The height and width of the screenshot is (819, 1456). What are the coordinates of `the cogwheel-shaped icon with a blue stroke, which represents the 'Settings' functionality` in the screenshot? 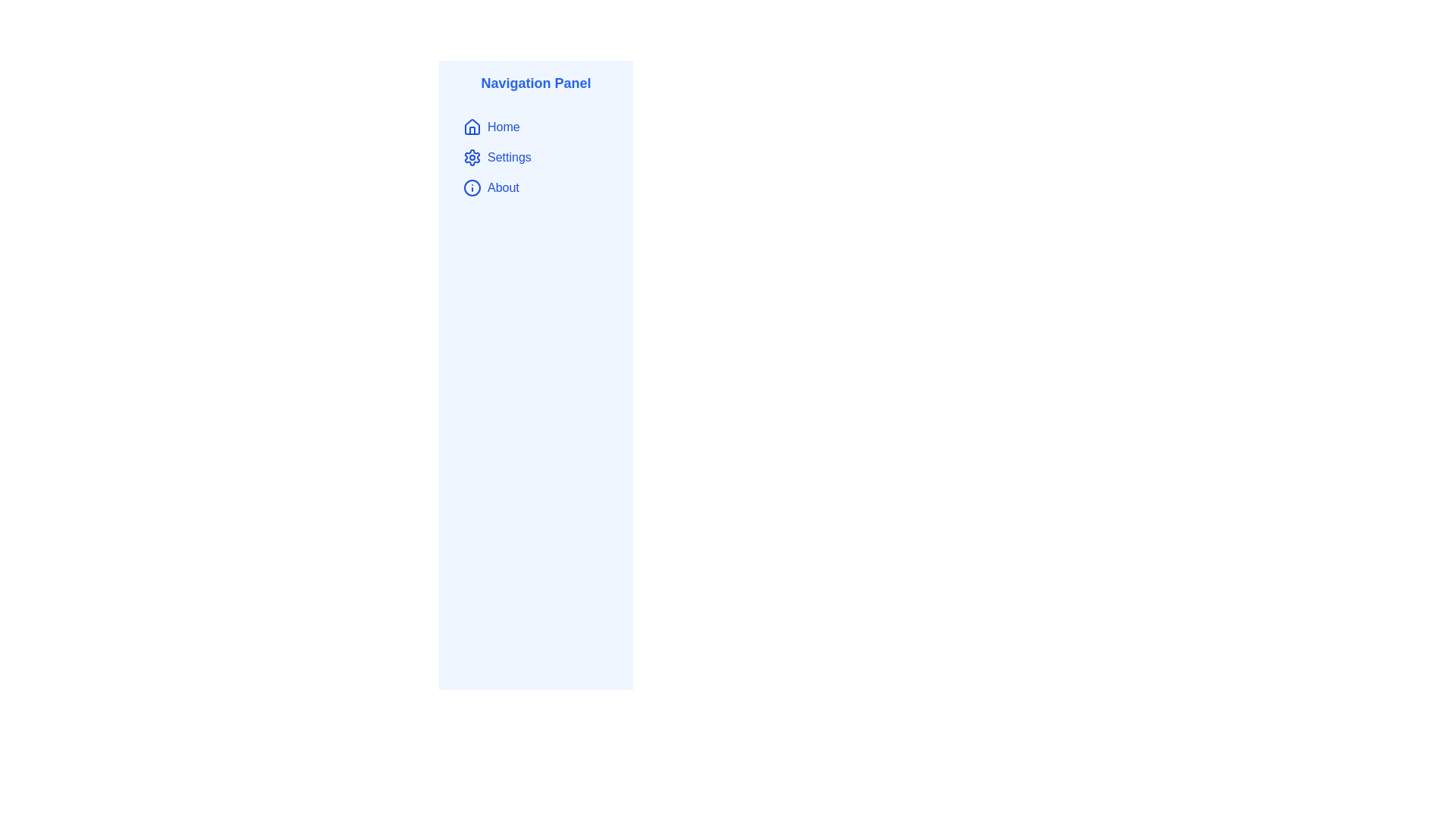 It's located at (472, 158).